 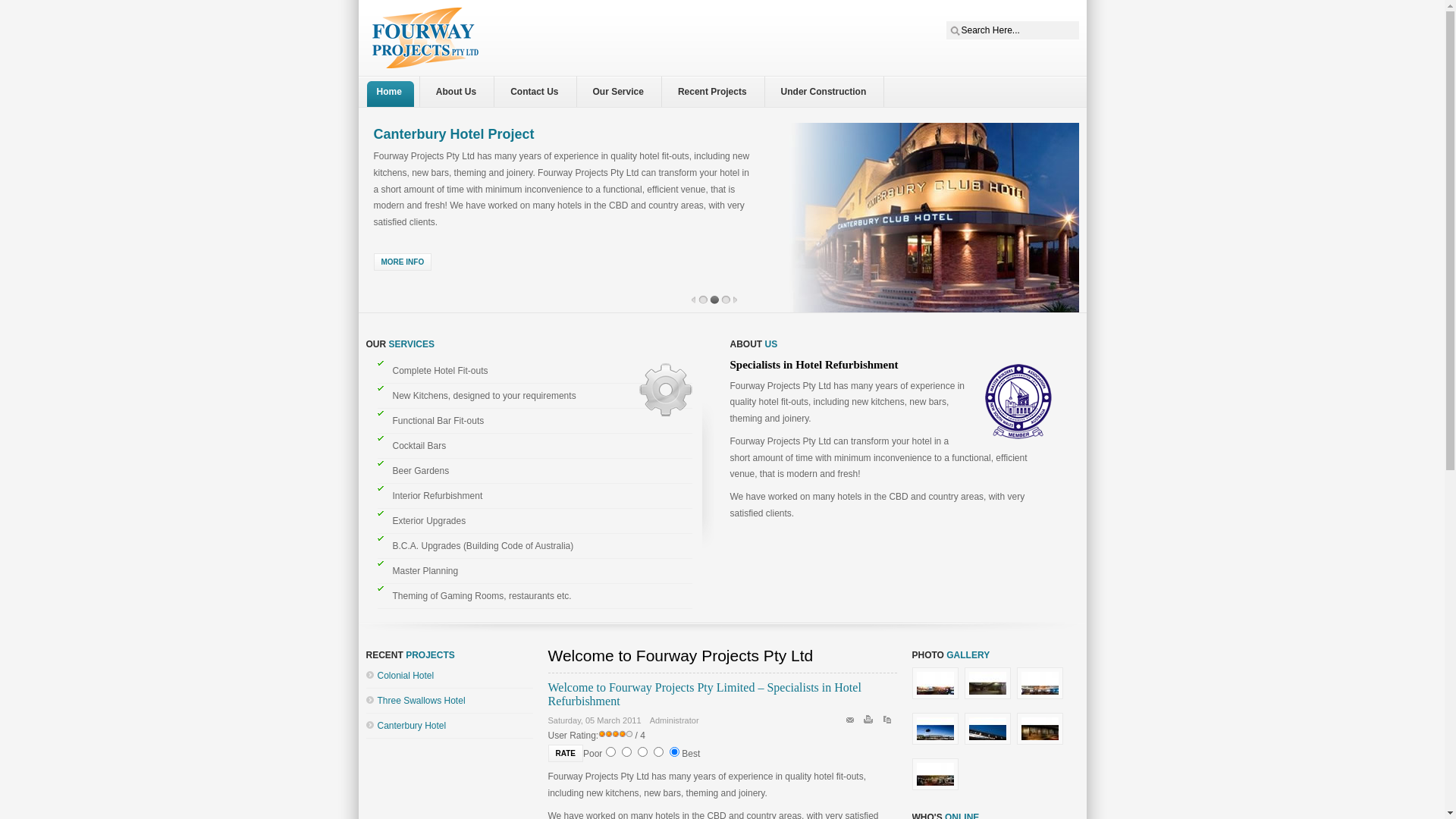 I want to click on 'About Us', so click(x=459, y=91).